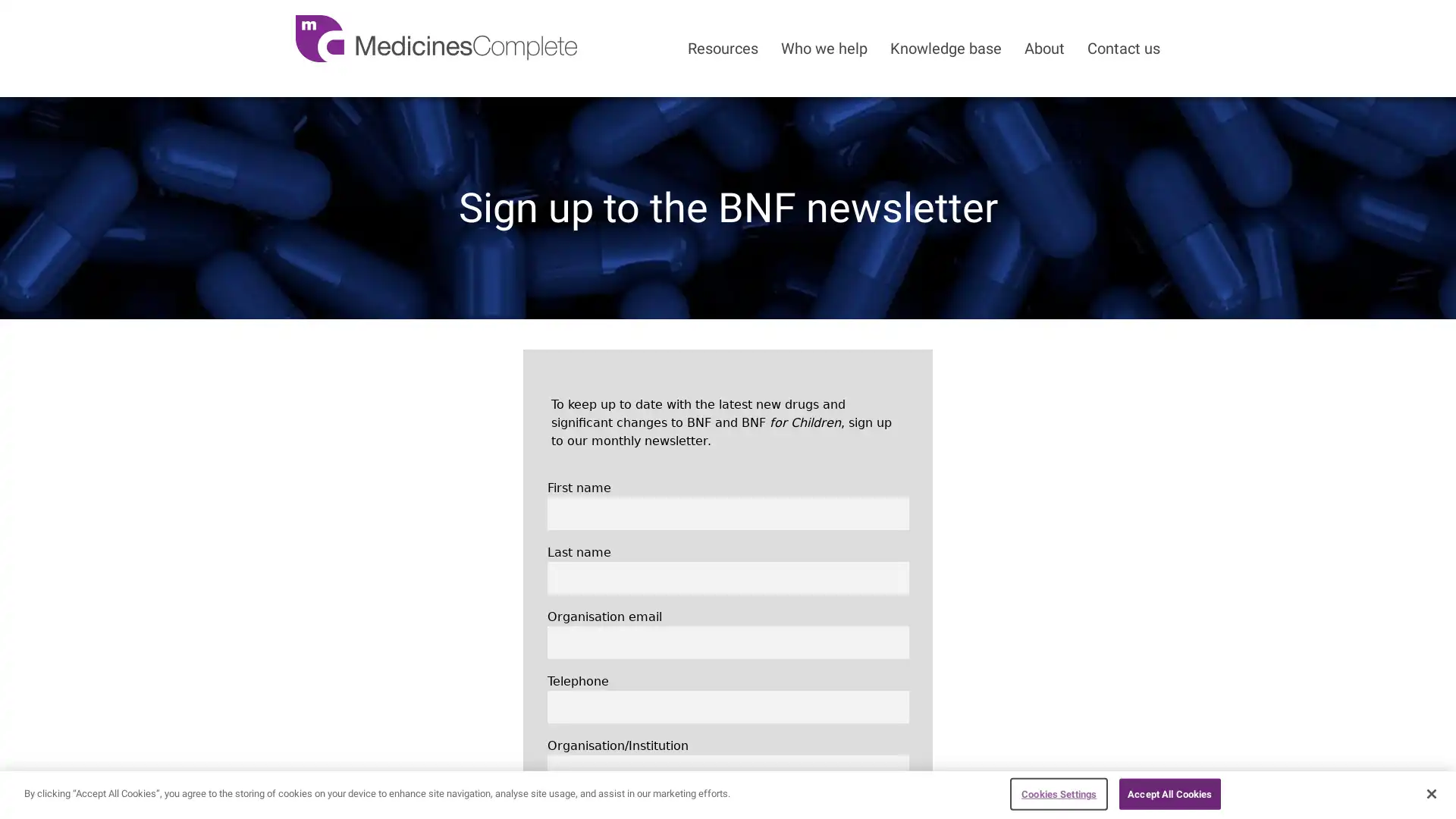 The width and height of the screenshot is (1456, 819). What do you see at coordinates (1430, 792) in the screenshot?
I see `Close` at bounding box center [1430, 792].